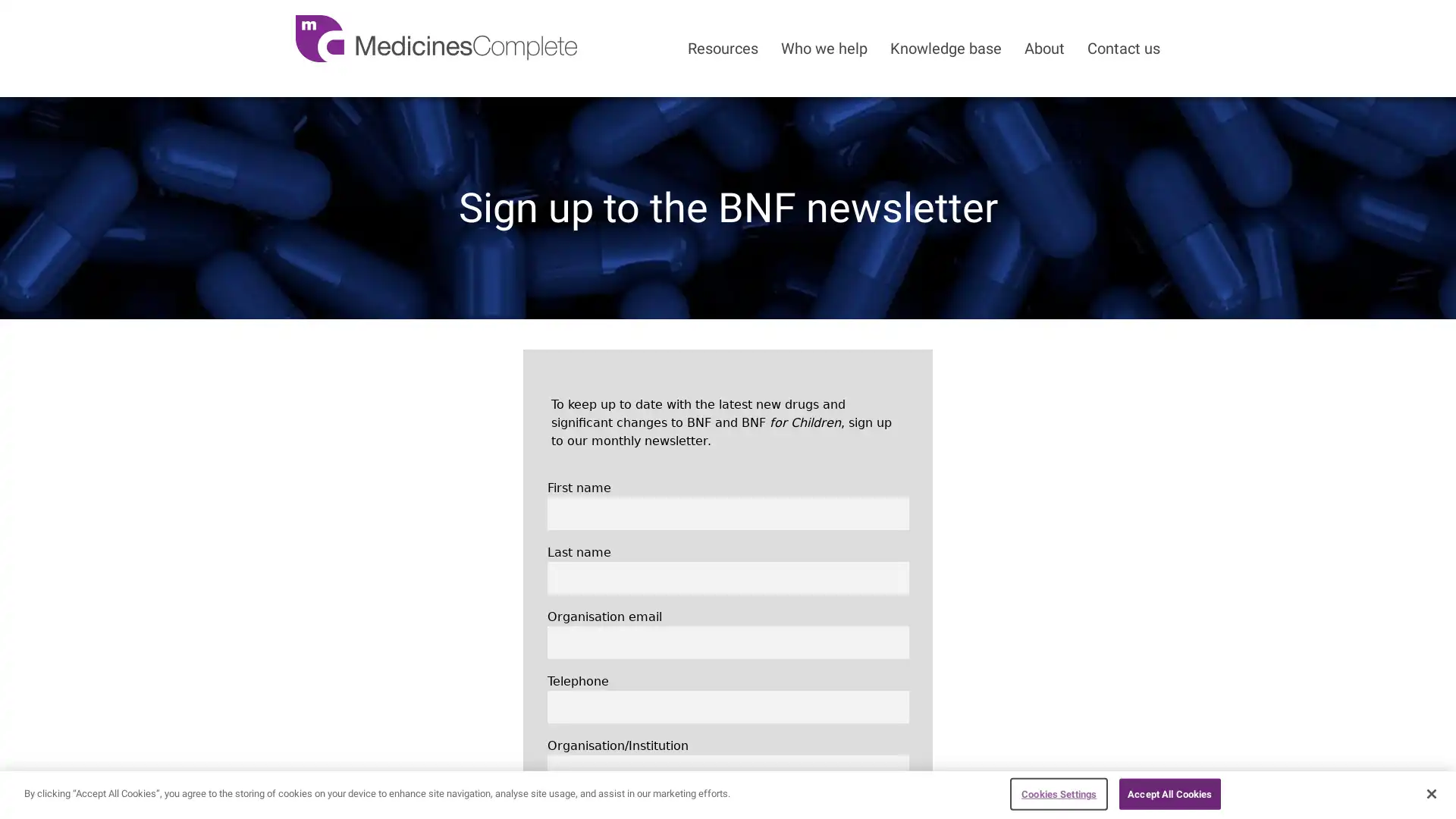 The width and height of the screenshot is (1456, 819). What do you see at coordinates (1430, 792) in the screenshot?
I see `Close` at bounding box center [1430, 792].